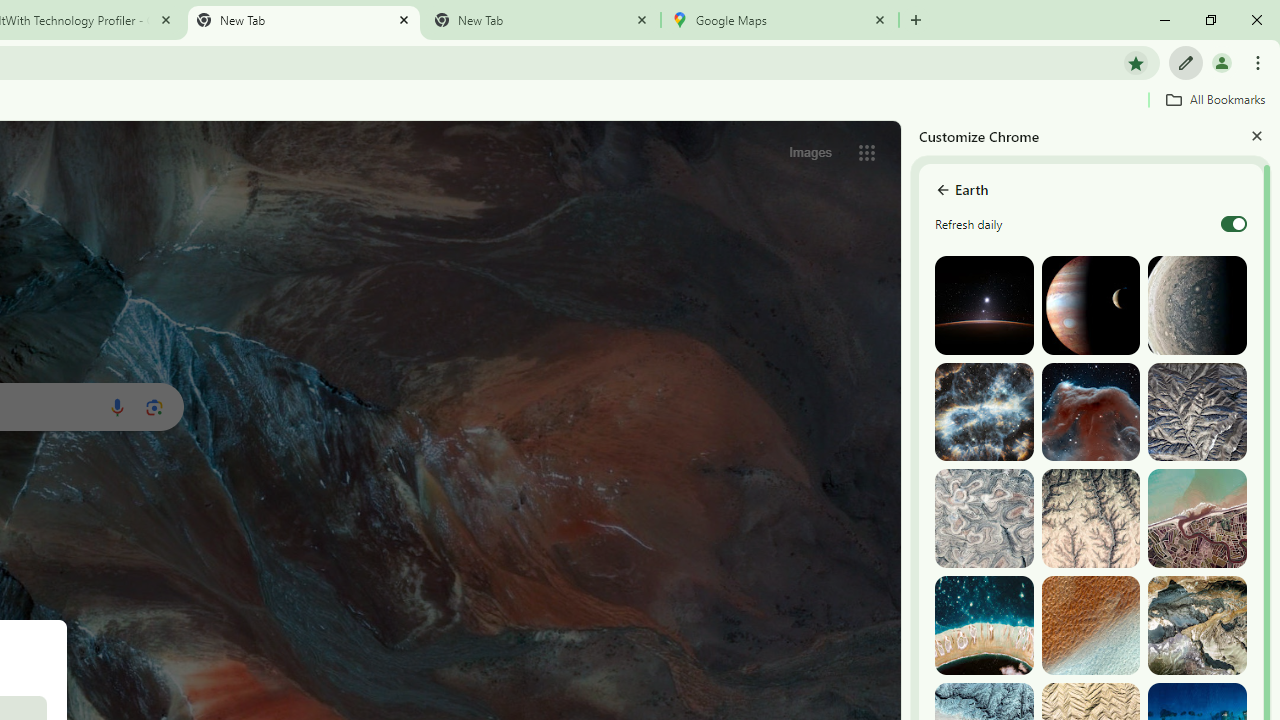 This screenshot has width=1280, height=720. Describe the element at coordinates (1220, 61) in the screenshot. I see `'You'` at that location.